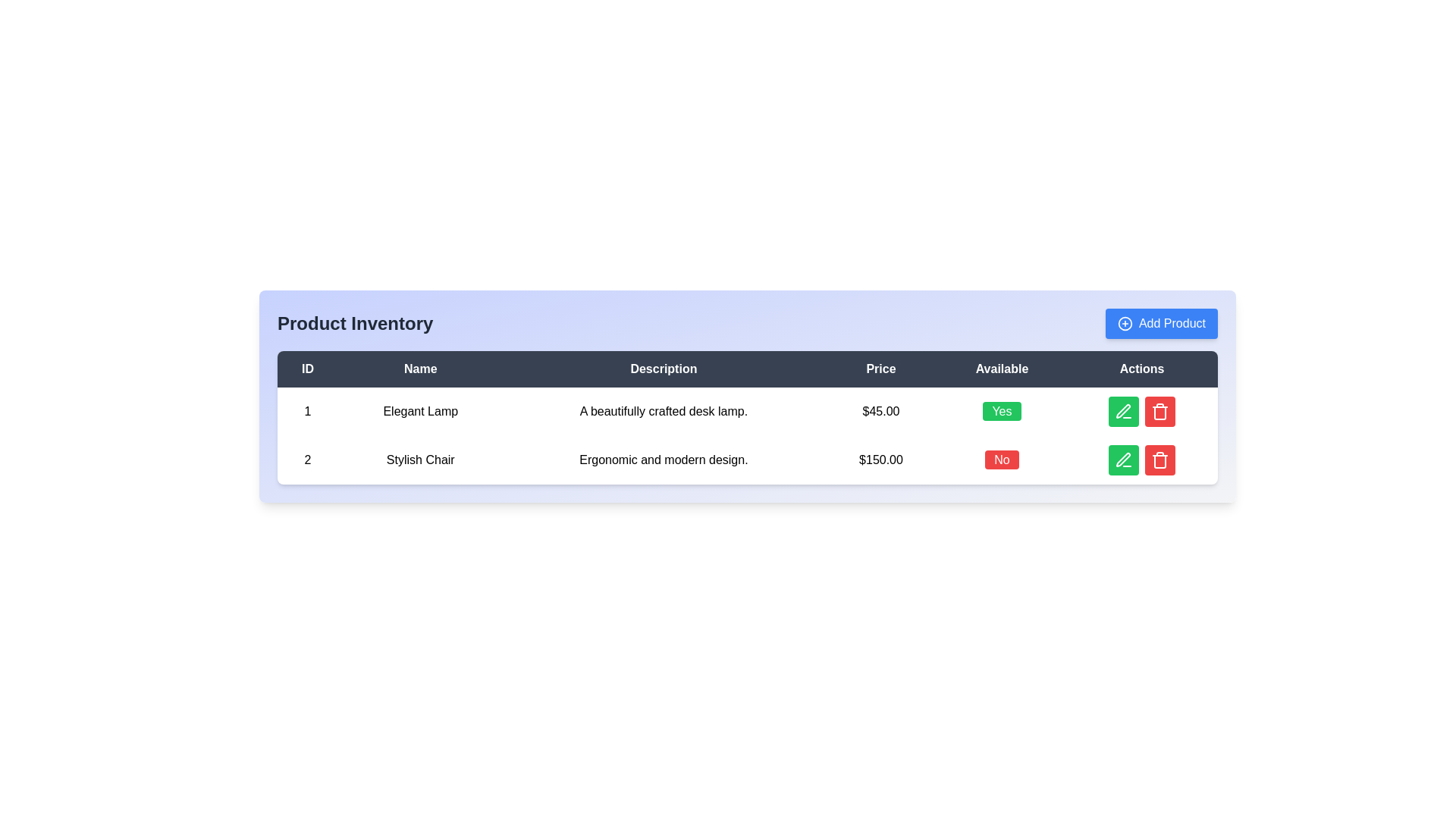 This screenshot has height=819, width=1456. What do you see at coordinates (1159, 459) in the screenshot?
I see `the trash can icon within the rounded rectangular button in the Actions column of the table for the 'Stylish Chair'` at bounding box center [1159, 459].